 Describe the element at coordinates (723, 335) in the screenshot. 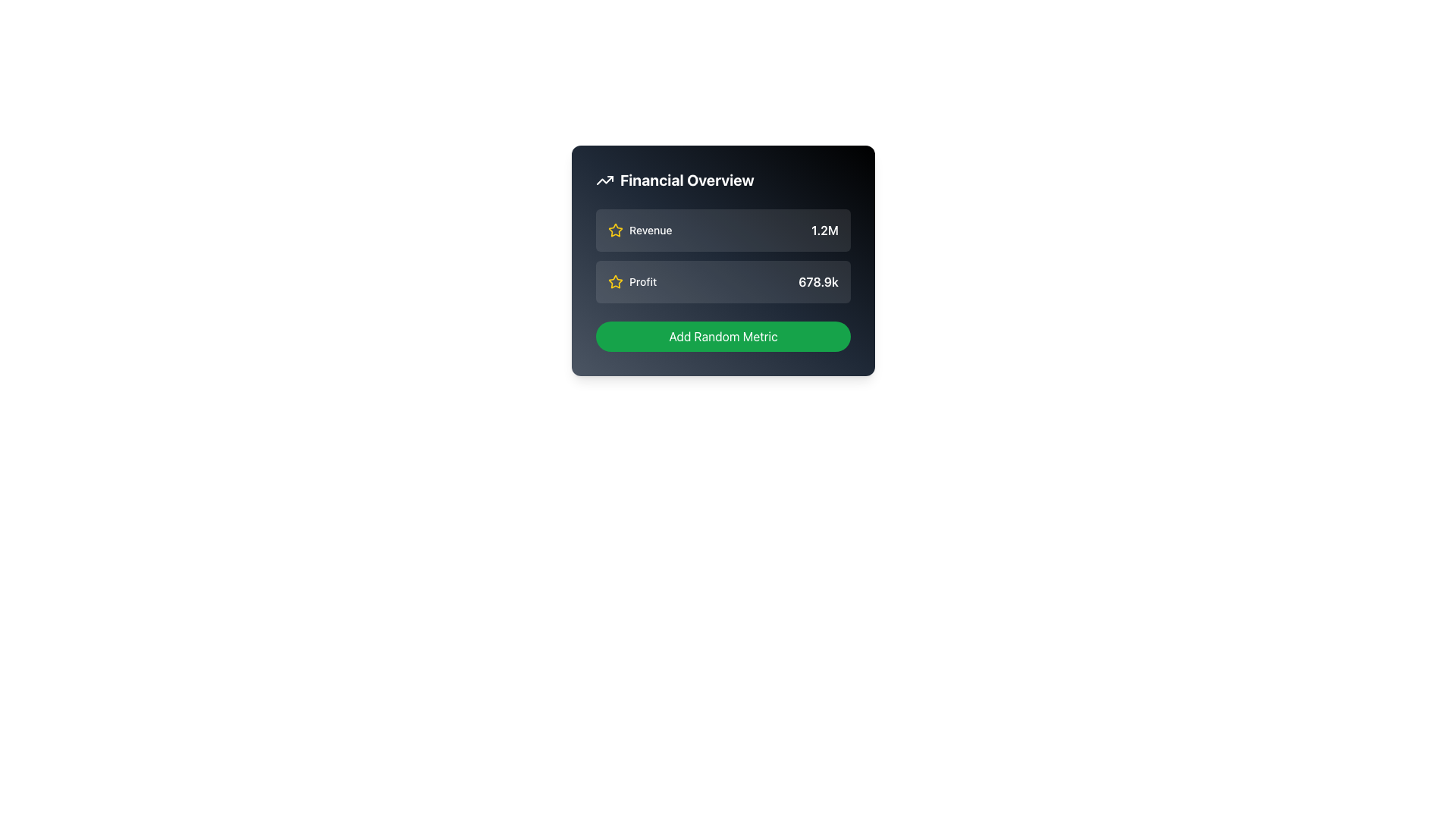

I see `keyboard navigation` at that location.